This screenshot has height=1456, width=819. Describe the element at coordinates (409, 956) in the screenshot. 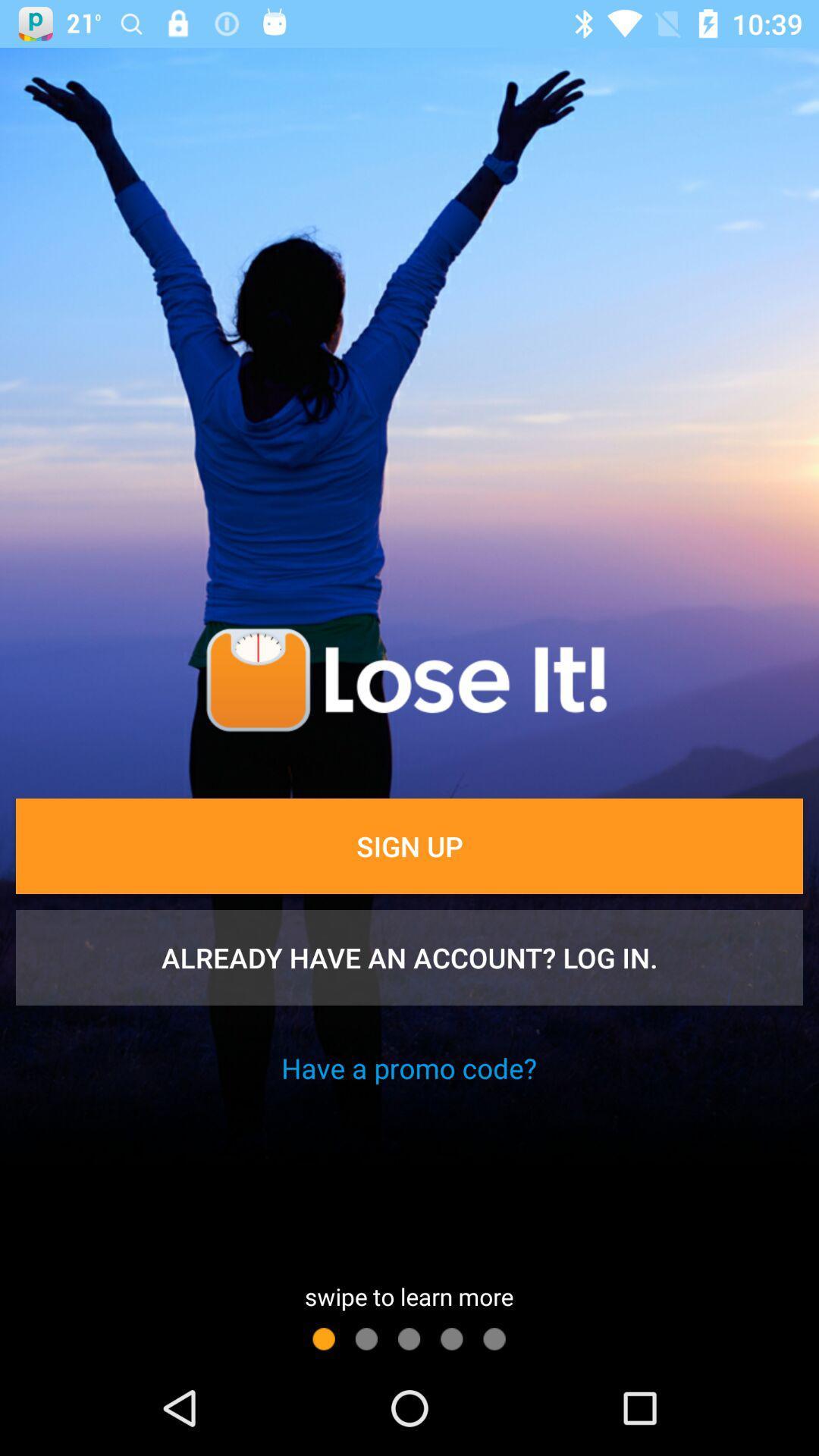

I see `item below the sign up` at that location.